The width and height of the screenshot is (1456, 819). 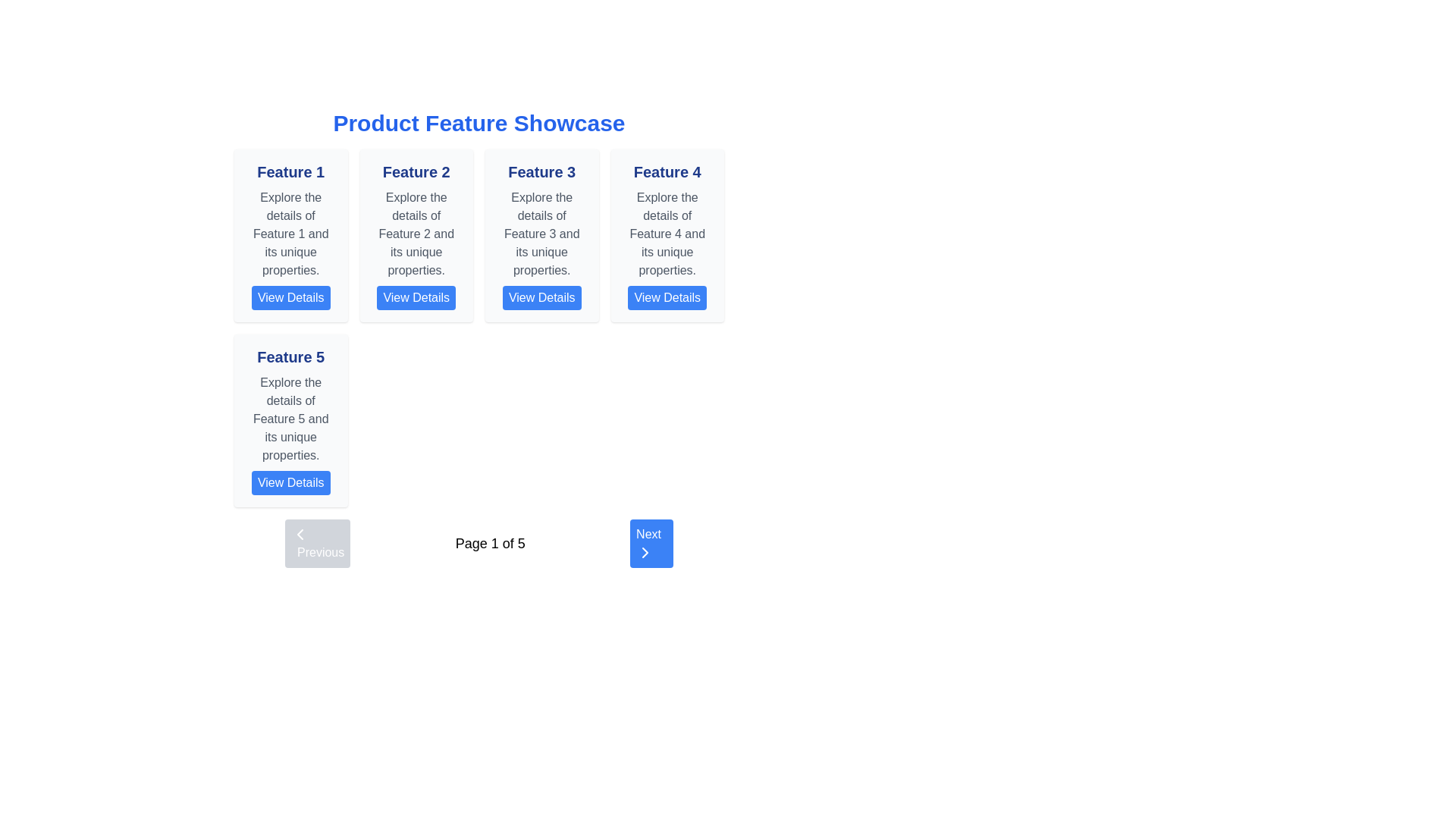 I want to click on the Text Label located in the lower-left card of the grid layout, which serves as the title for the corresponding feature, so click(x=290, y=356).